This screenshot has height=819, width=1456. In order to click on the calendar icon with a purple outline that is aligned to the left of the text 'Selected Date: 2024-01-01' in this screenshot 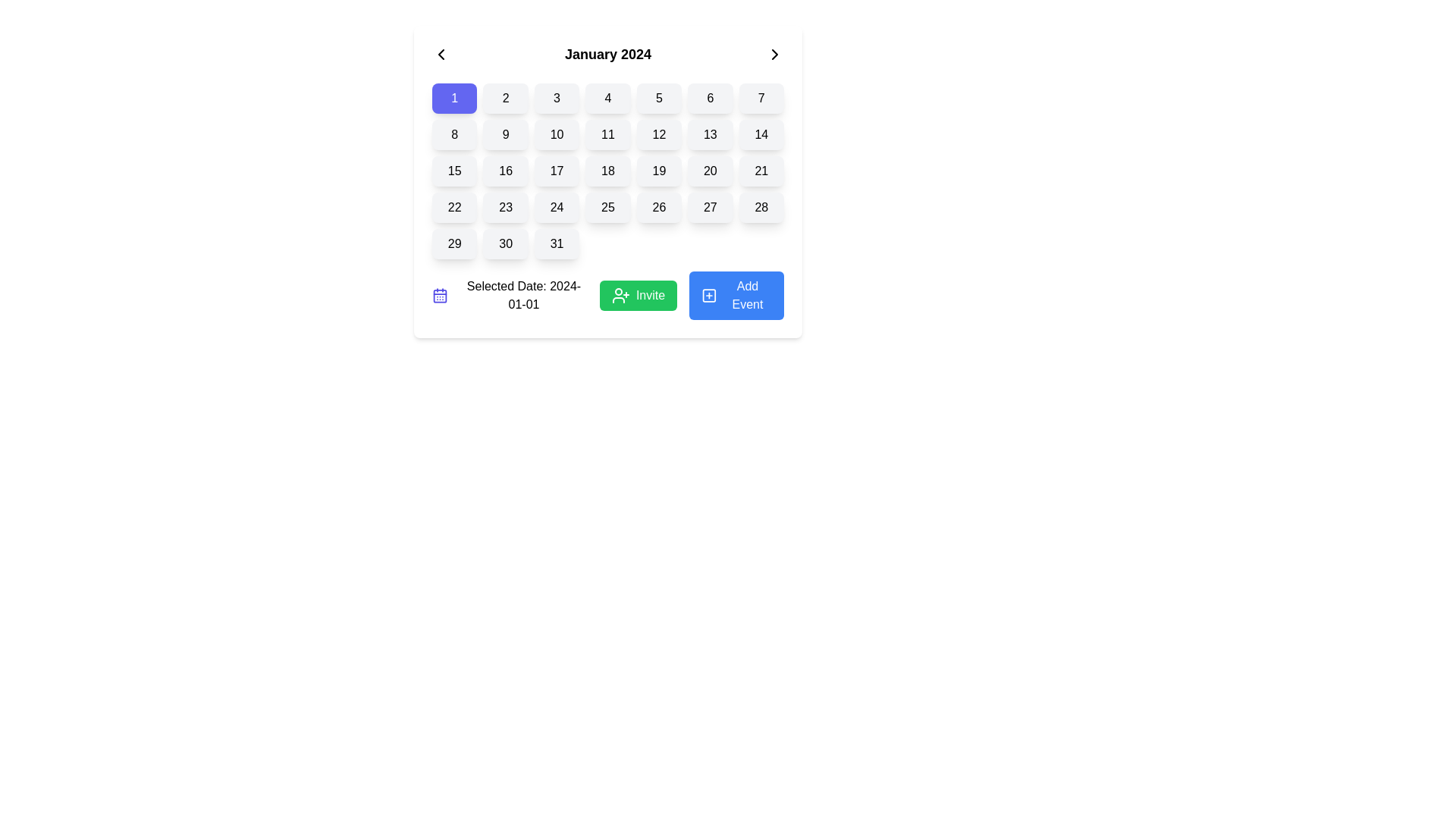, I will do `click(439, 295)`.